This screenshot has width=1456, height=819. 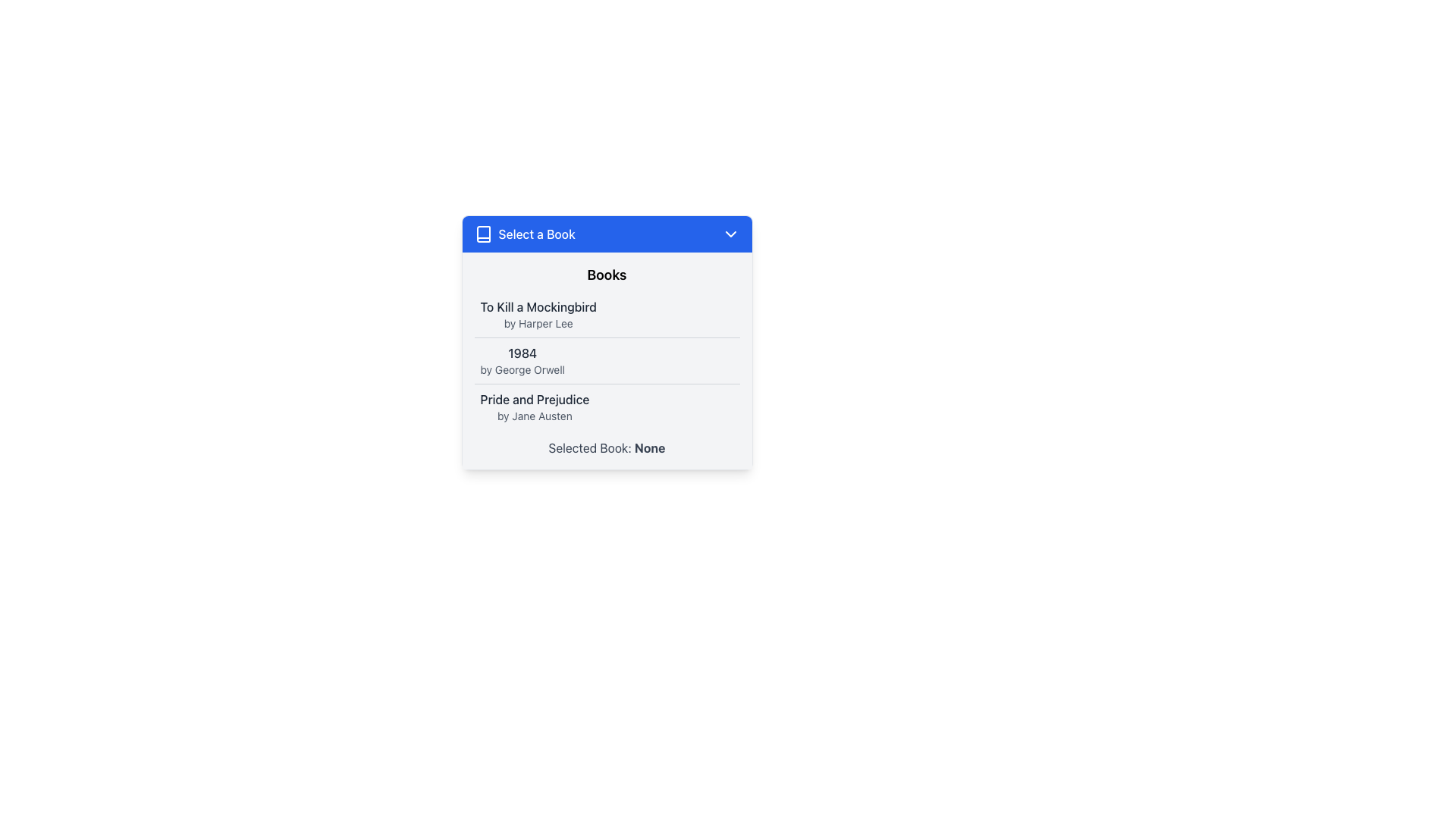 I want to click on the second book entry in the 'Select a Book' dropdown menu, so click(x=522, y=360).